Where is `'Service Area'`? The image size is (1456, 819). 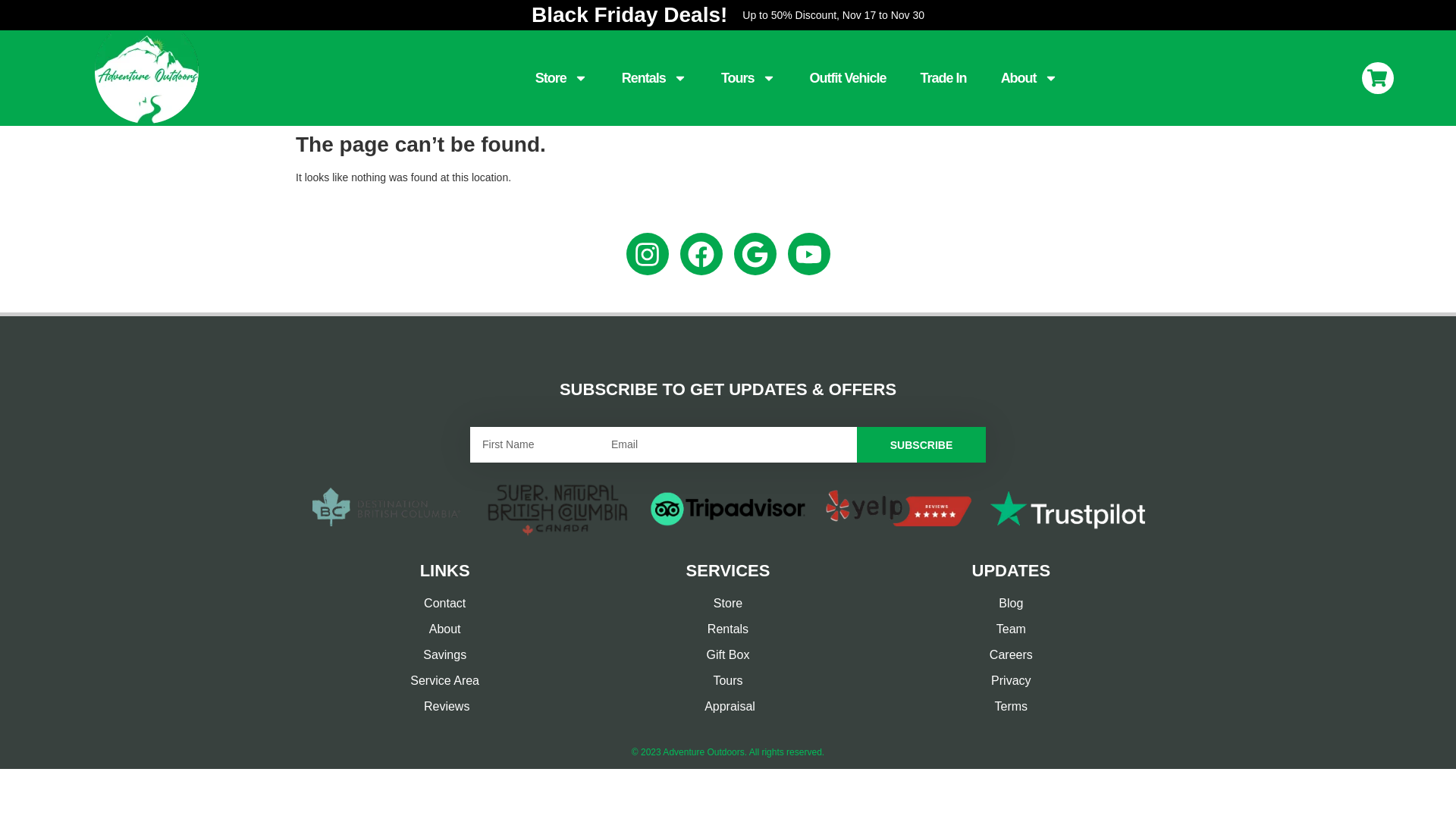
'Service Area' is located at coordinates (444, 680).